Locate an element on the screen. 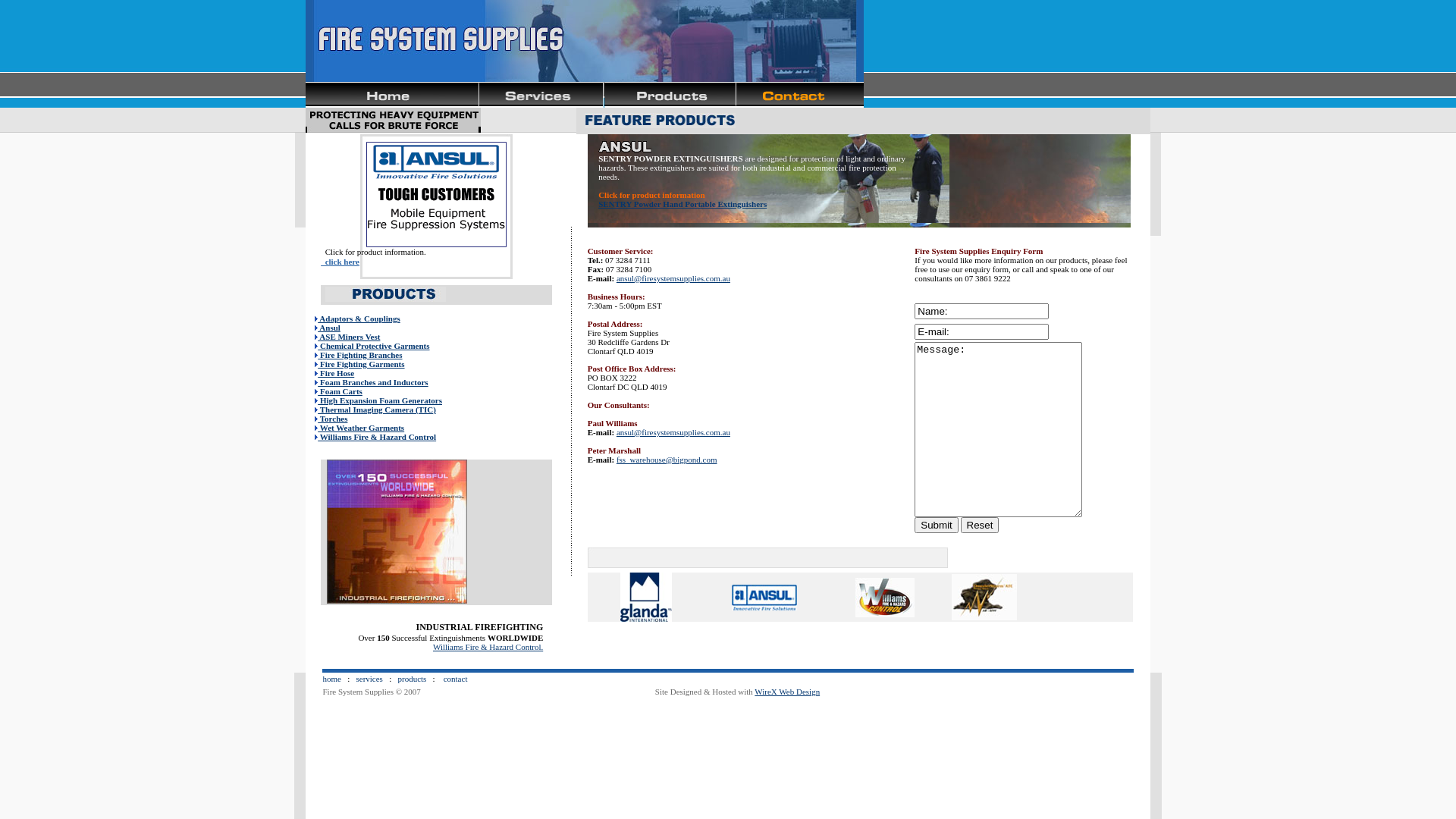 The image size is (1456, 819). ' High Expansion Foam Generators' is located at coordinates (313, 400).